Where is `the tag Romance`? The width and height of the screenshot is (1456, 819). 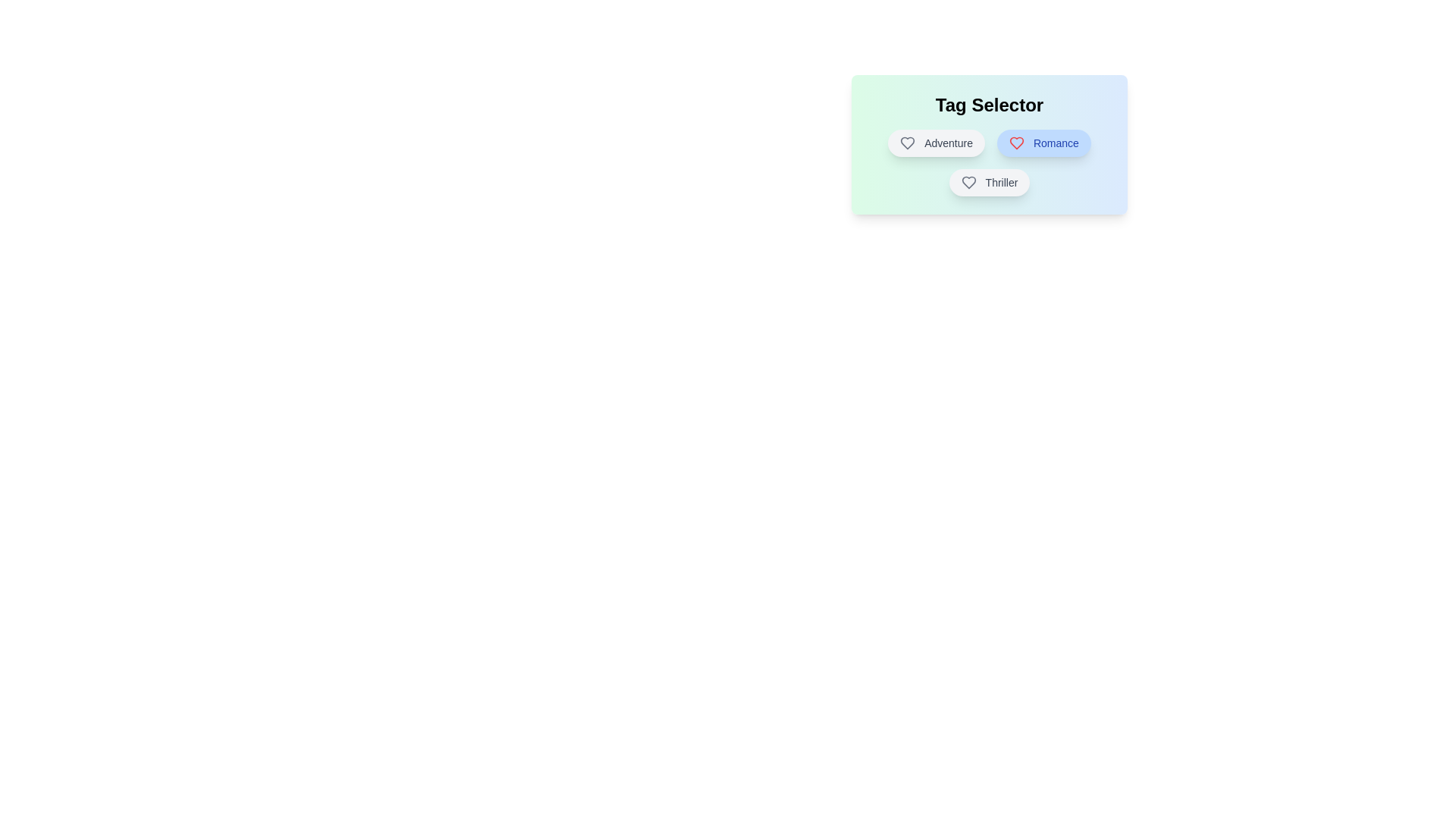
the tag Romance is located at coordinates (1043, 143).